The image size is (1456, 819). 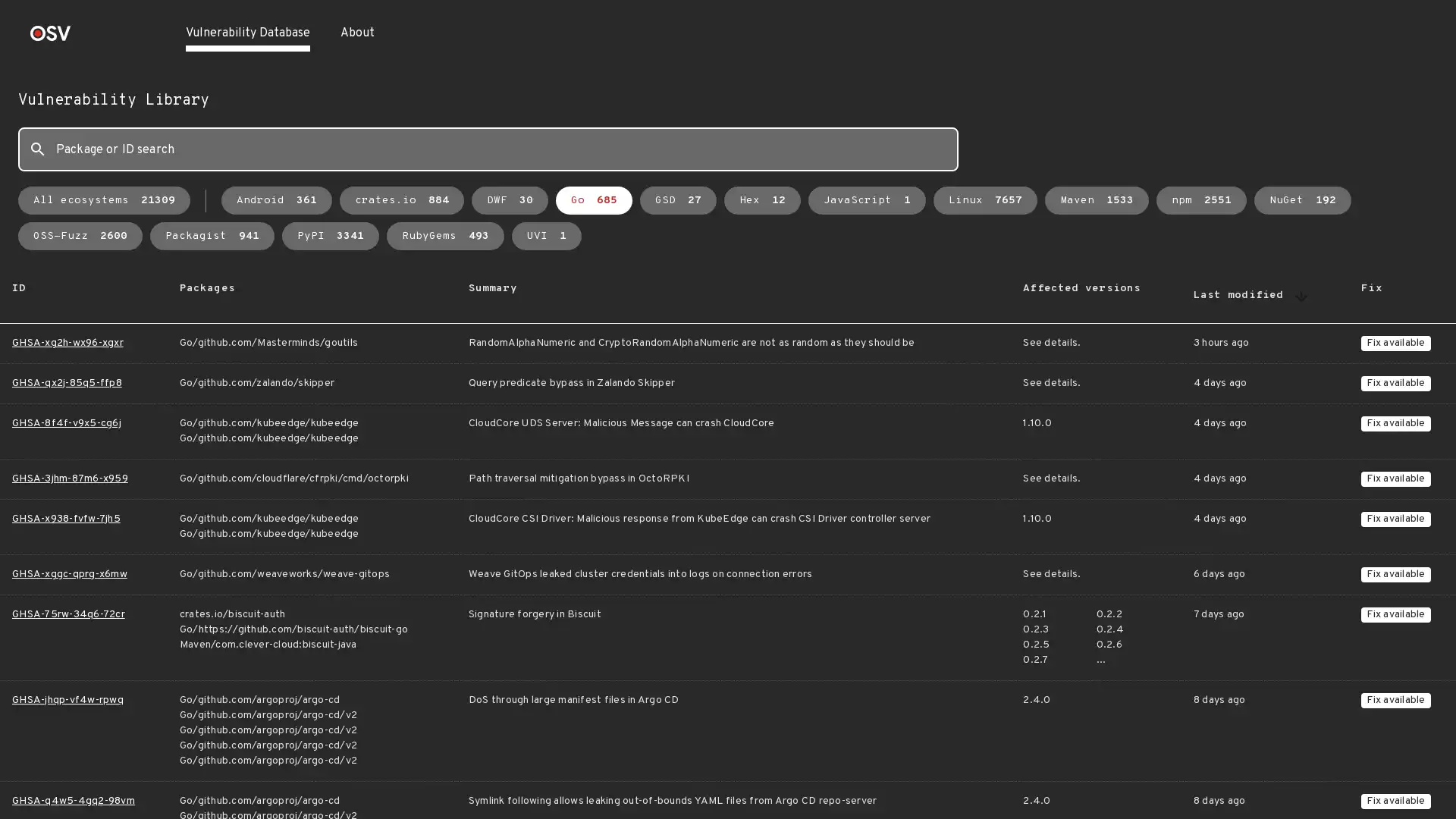 What do you see at coordinates (1301, 295) in the screenshot?
I see `Sort by Last modified` at bounding box center [1301, 295].